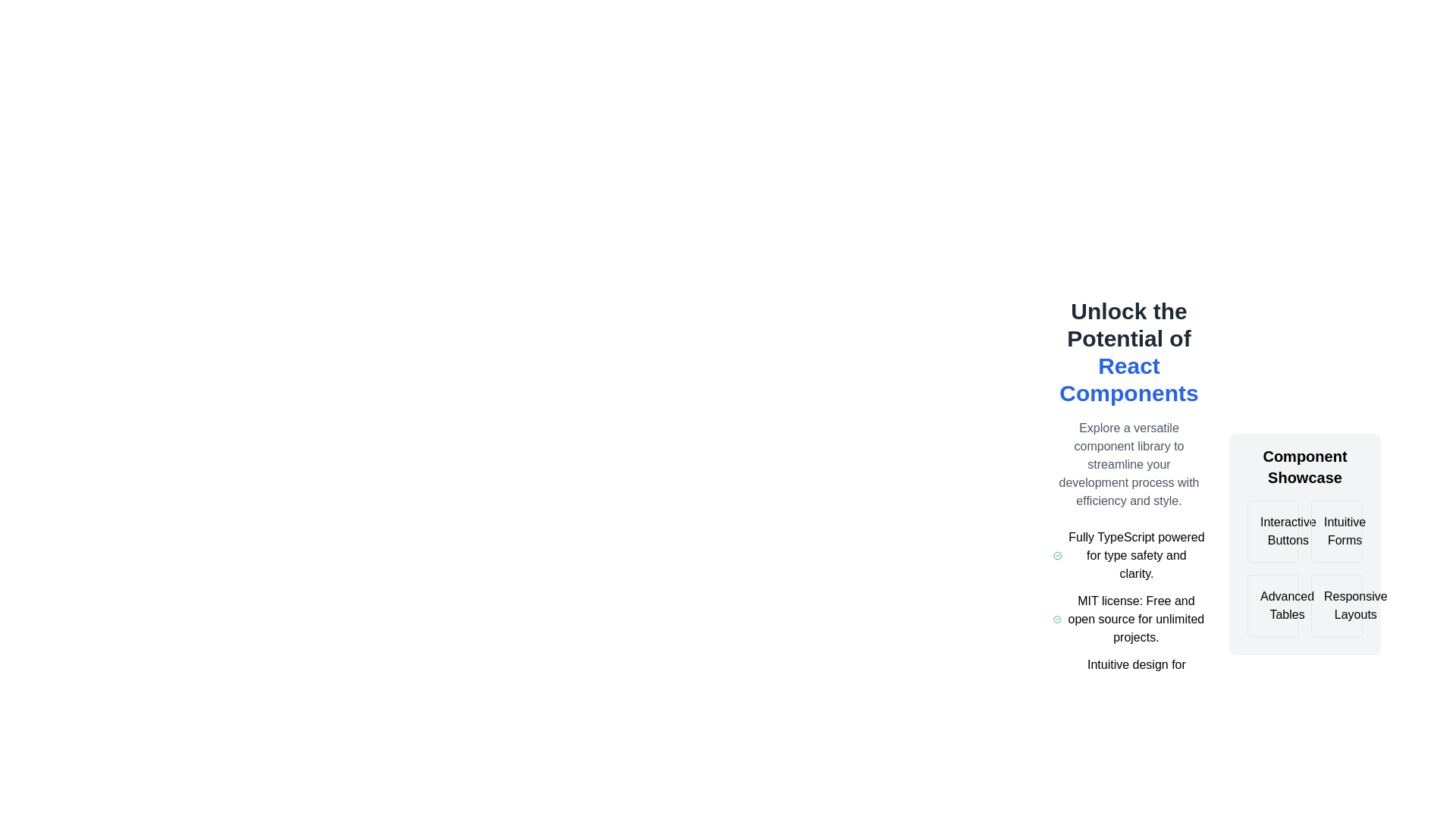  What do you see at coordinates (1323, 604) in the screenshot?
I see `the star icon located within the 'Responsive Layouts' button in the 'Component Showcase' area to indicate its interactivity or importance` at bounding box center [1323, 604].